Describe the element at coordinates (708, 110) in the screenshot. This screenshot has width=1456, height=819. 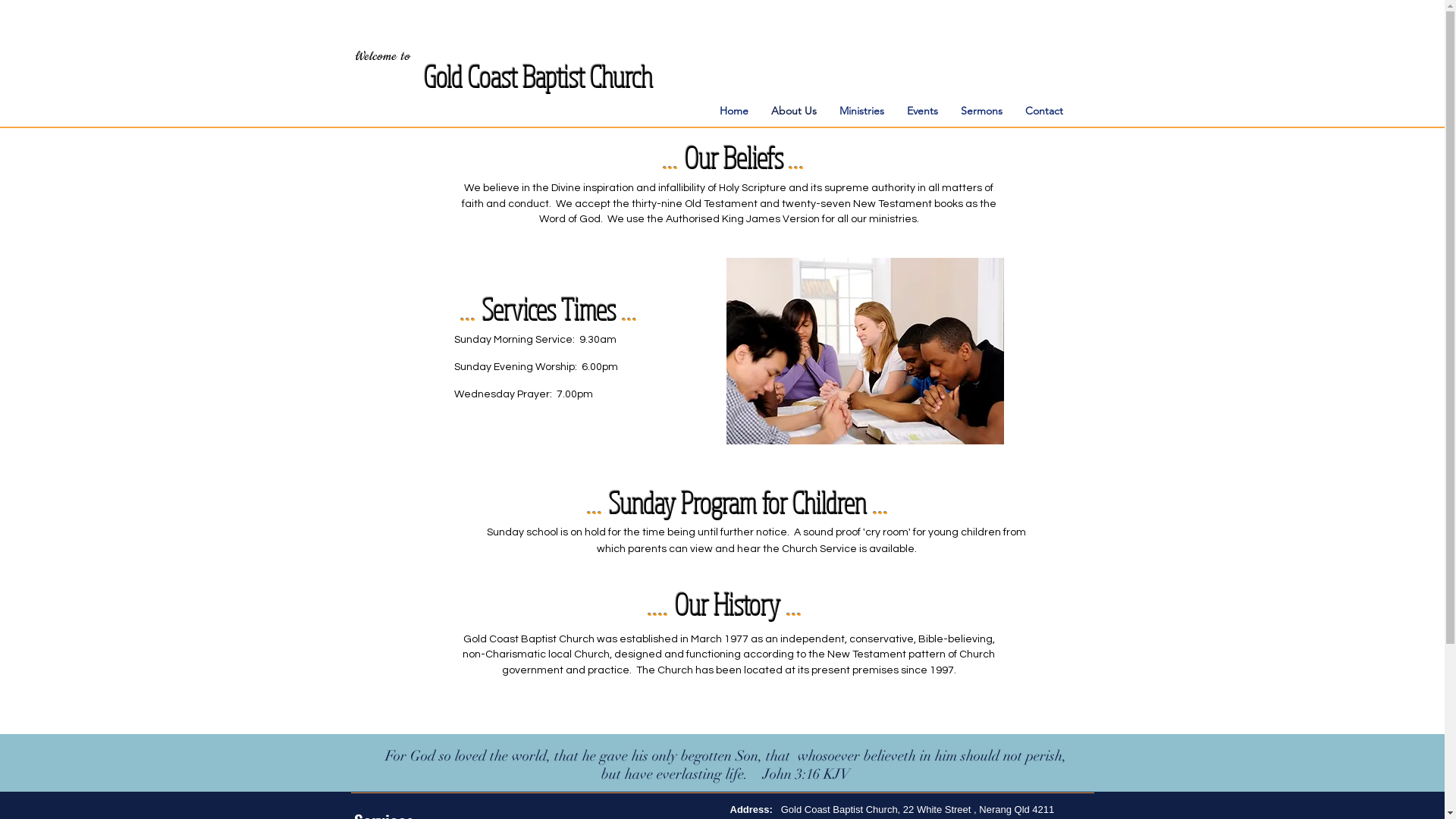
I see `'Home'` at that location.